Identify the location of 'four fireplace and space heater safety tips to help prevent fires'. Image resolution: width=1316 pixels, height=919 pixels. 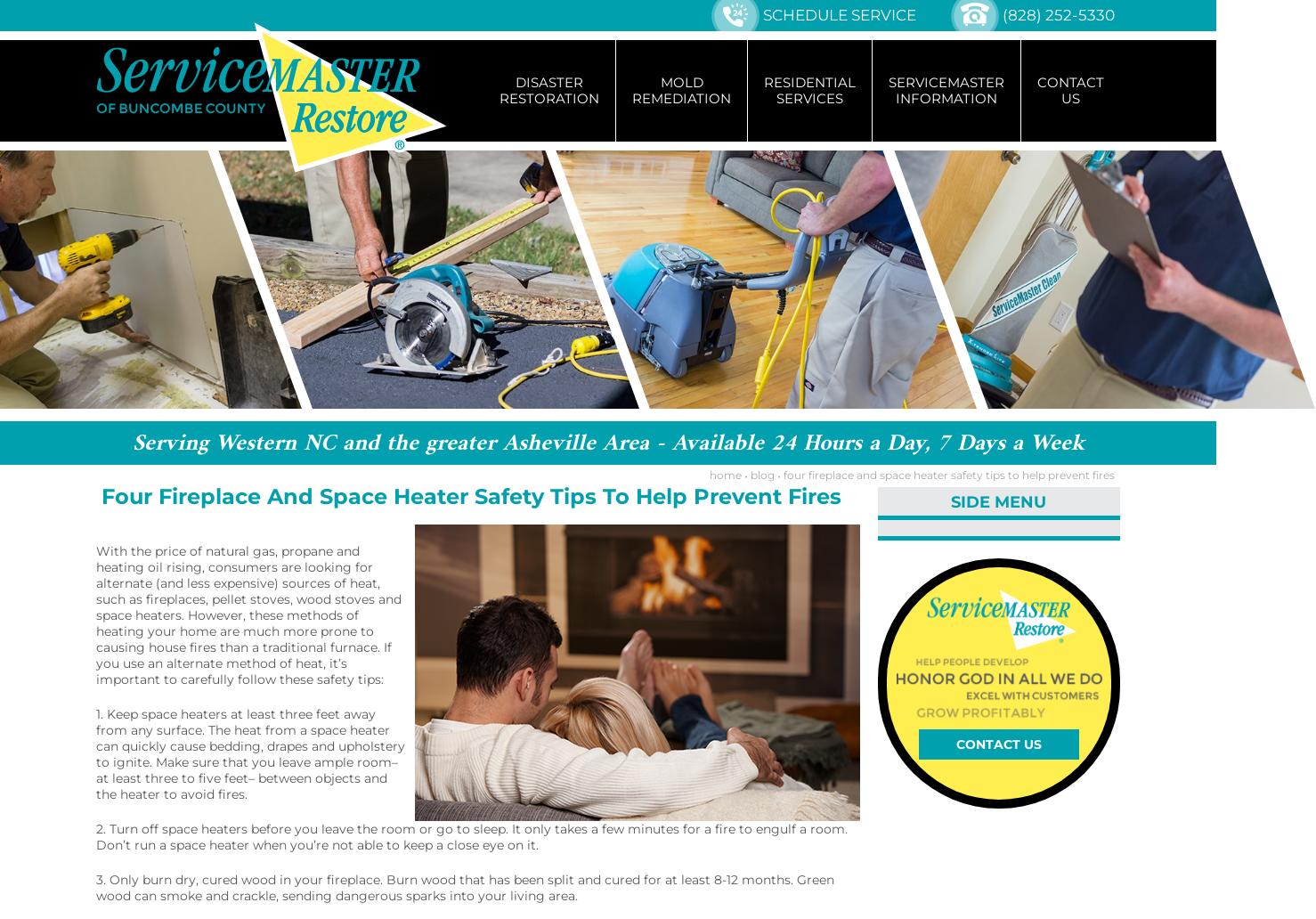
(783, 475).